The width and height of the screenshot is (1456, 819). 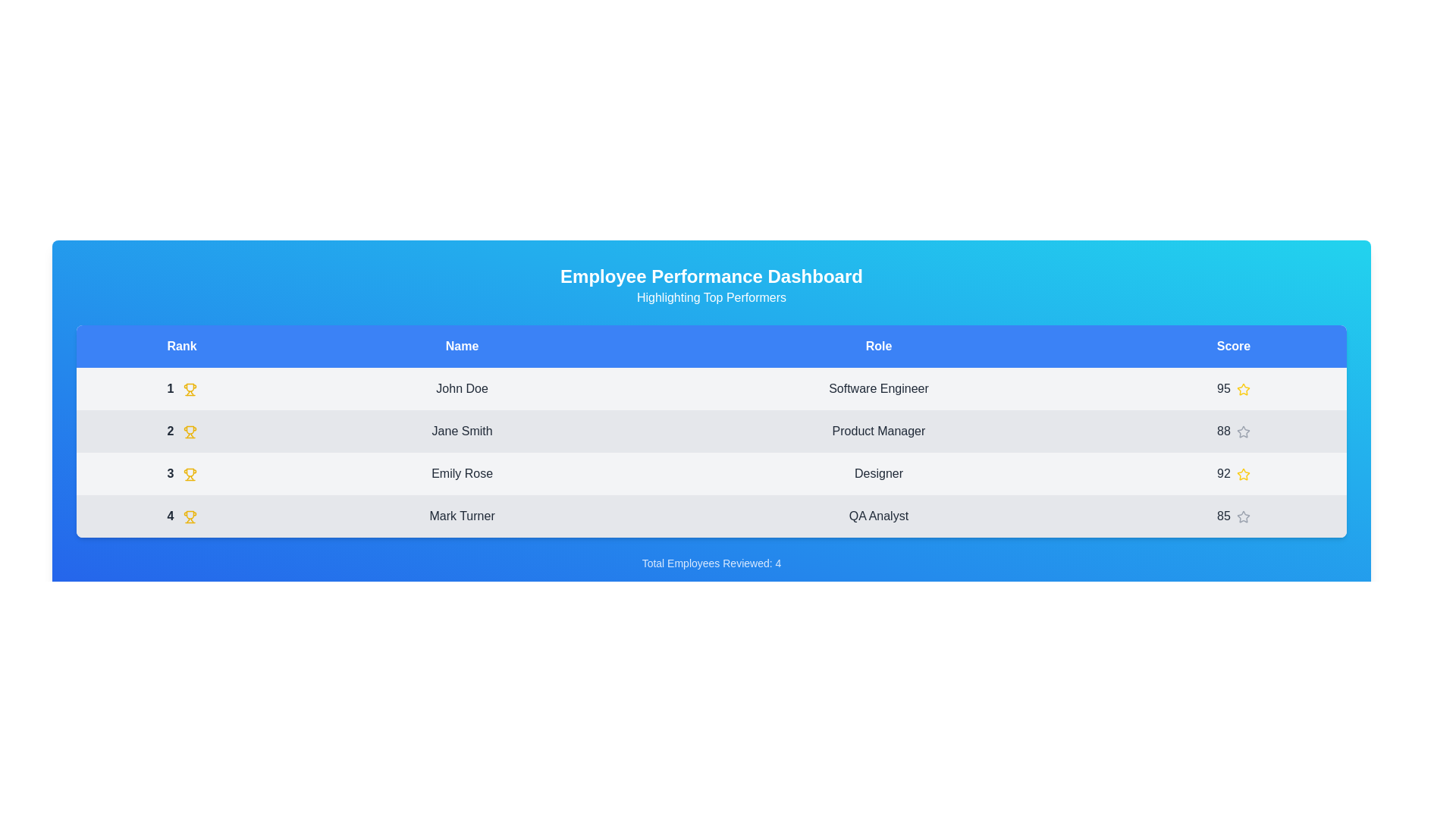 What do you see at coordinates (1243, 431) in the screenshot?
I see `the star icon to rate the employee with 2 stars` at bounding box center [1243, 431].